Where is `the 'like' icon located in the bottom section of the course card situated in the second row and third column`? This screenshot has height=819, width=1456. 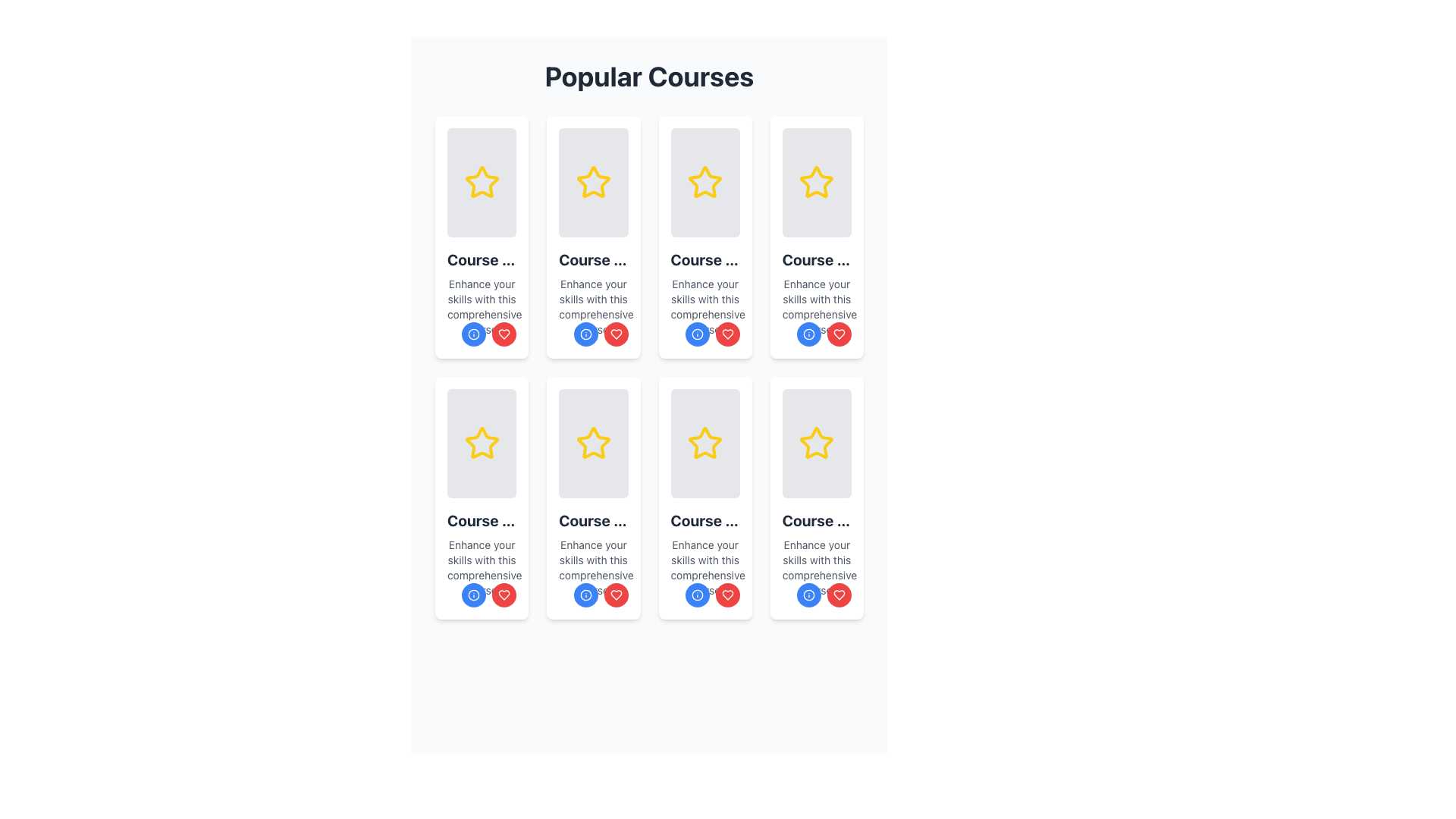 the 'like' icon located in the bottom section of the course card situated in the second row and third column is located at coordinates (726, 333).